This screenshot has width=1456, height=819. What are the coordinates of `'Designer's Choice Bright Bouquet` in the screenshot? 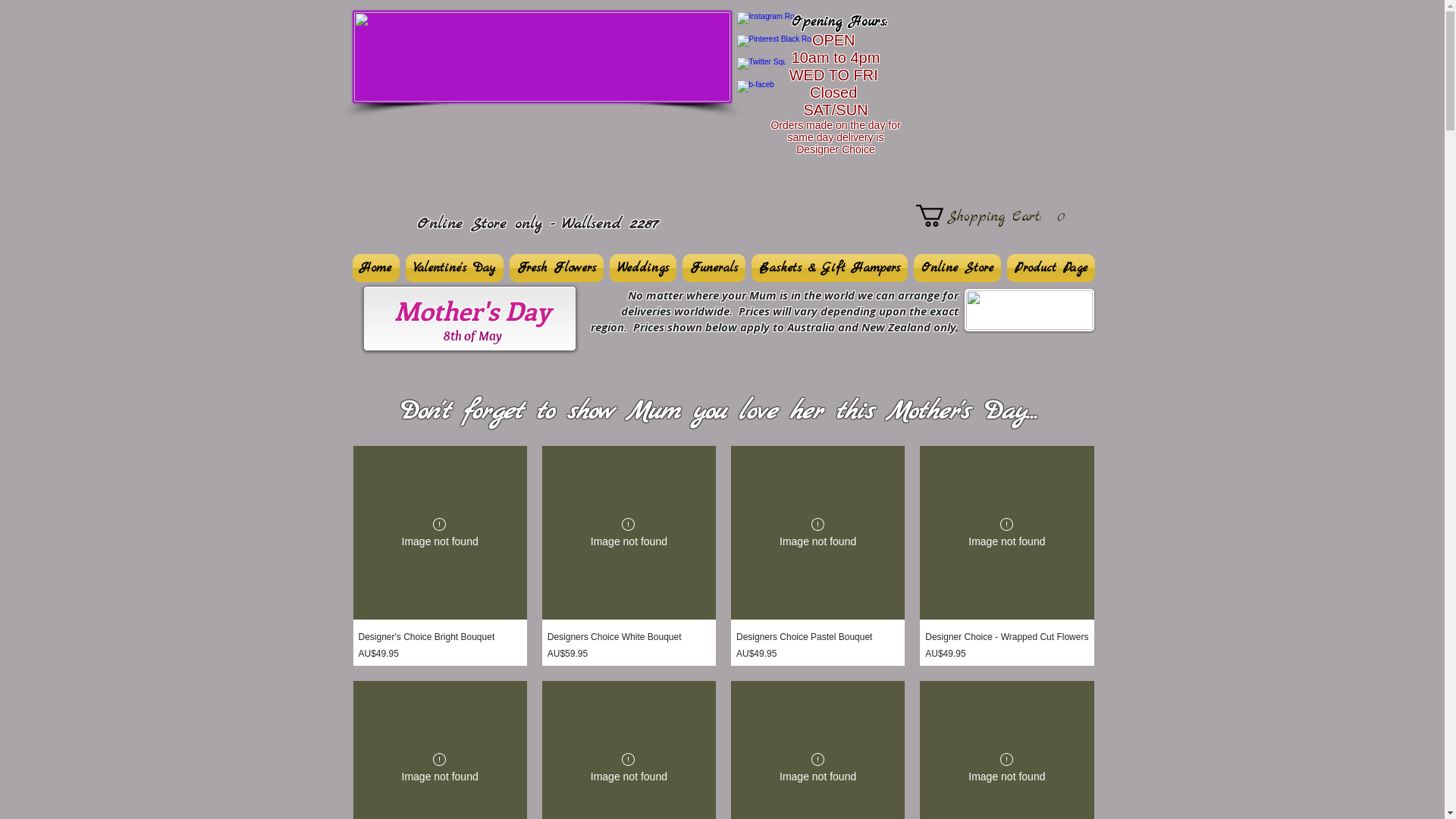 It's located at (439, 532).